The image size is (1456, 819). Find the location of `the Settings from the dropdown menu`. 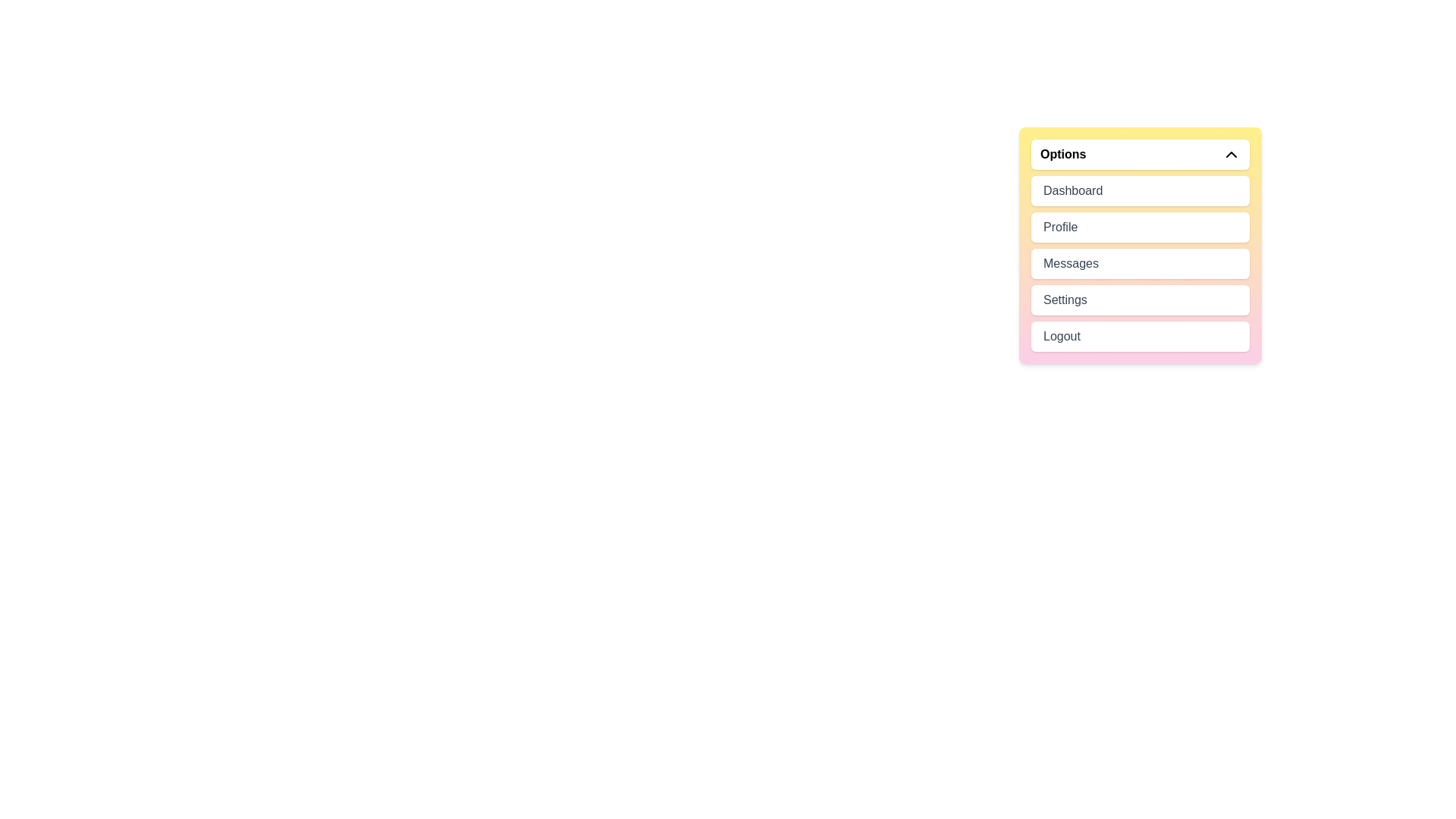

the Settings from the dropdown menu is located at coordinates (1140, 300).